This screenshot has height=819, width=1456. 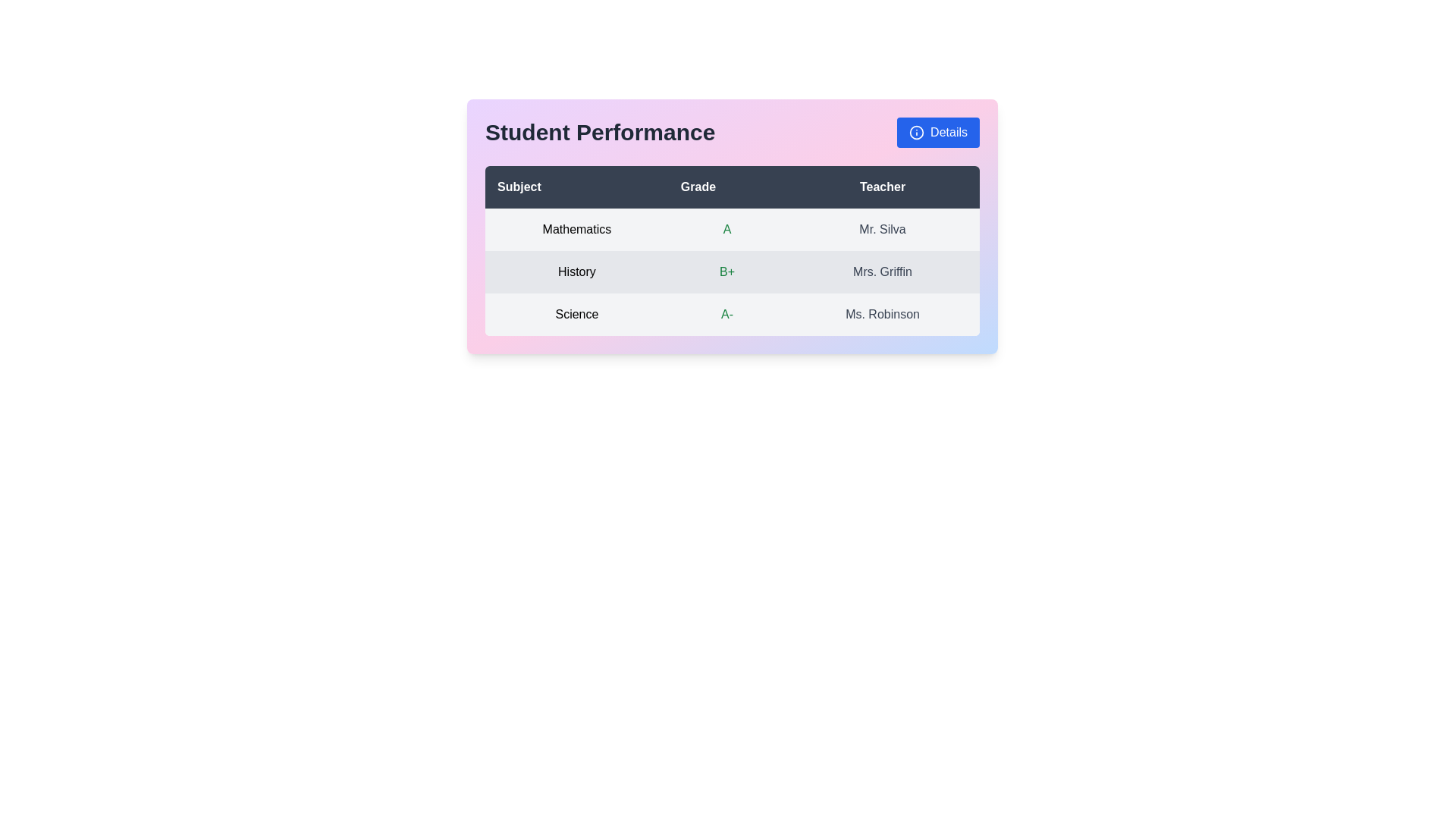 What do you see at coordinates (576, 314) in the screenshot?
I see `the 'Science' text label in the table under the 'Subject' column` at bounding box center [576, 314].